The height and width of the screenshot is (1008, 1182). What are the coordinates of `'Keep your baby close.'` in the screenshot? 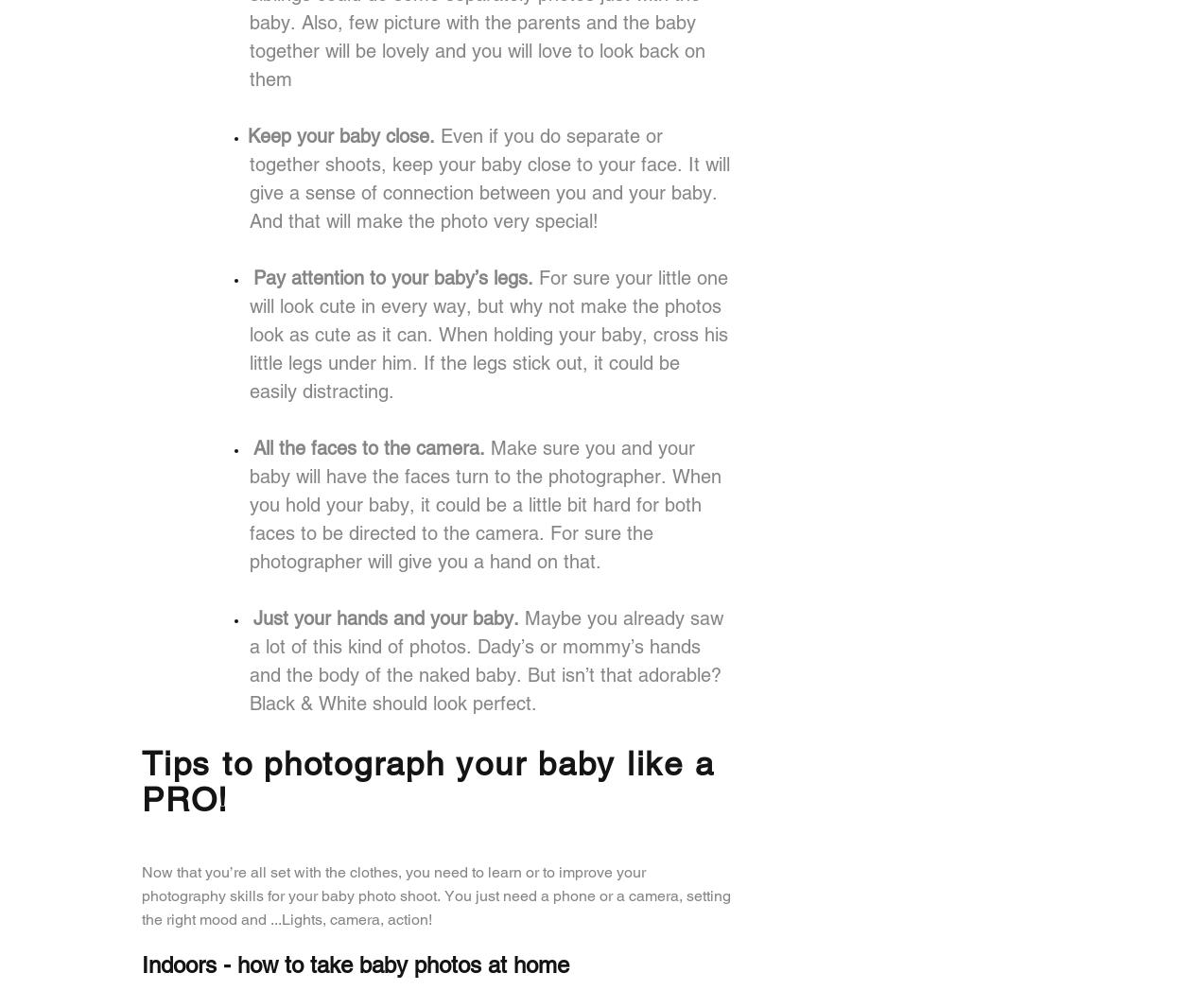 It's located at (248, 133).